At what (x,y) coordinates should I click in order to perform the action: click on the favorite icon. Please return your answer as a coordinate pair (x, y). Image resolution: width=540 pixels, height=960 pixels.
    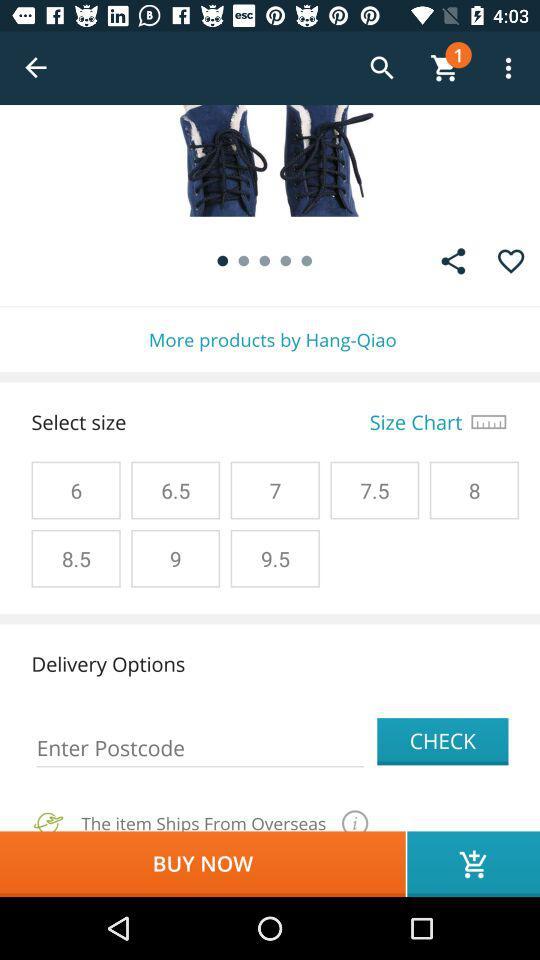
    Looking at the image, I should click on (511, 260).